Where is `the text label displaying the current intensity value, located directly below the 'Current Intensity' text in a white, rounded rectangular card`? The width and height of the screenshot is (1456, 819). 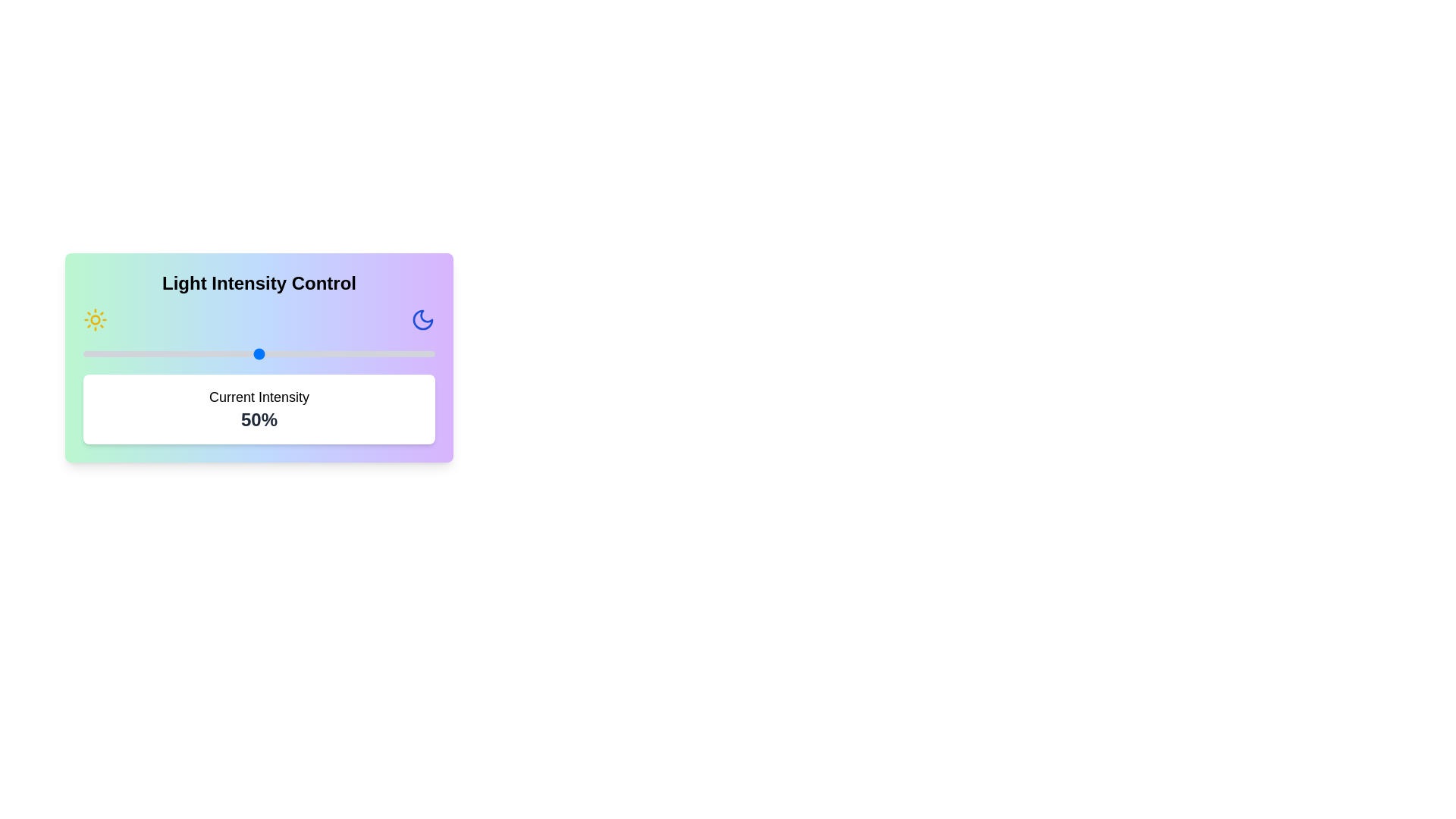 the text label displaying the current intensity value, located directly below the 'Current Intensity' text in a white, rounded rectangular card is located at coordinates (259, 420).